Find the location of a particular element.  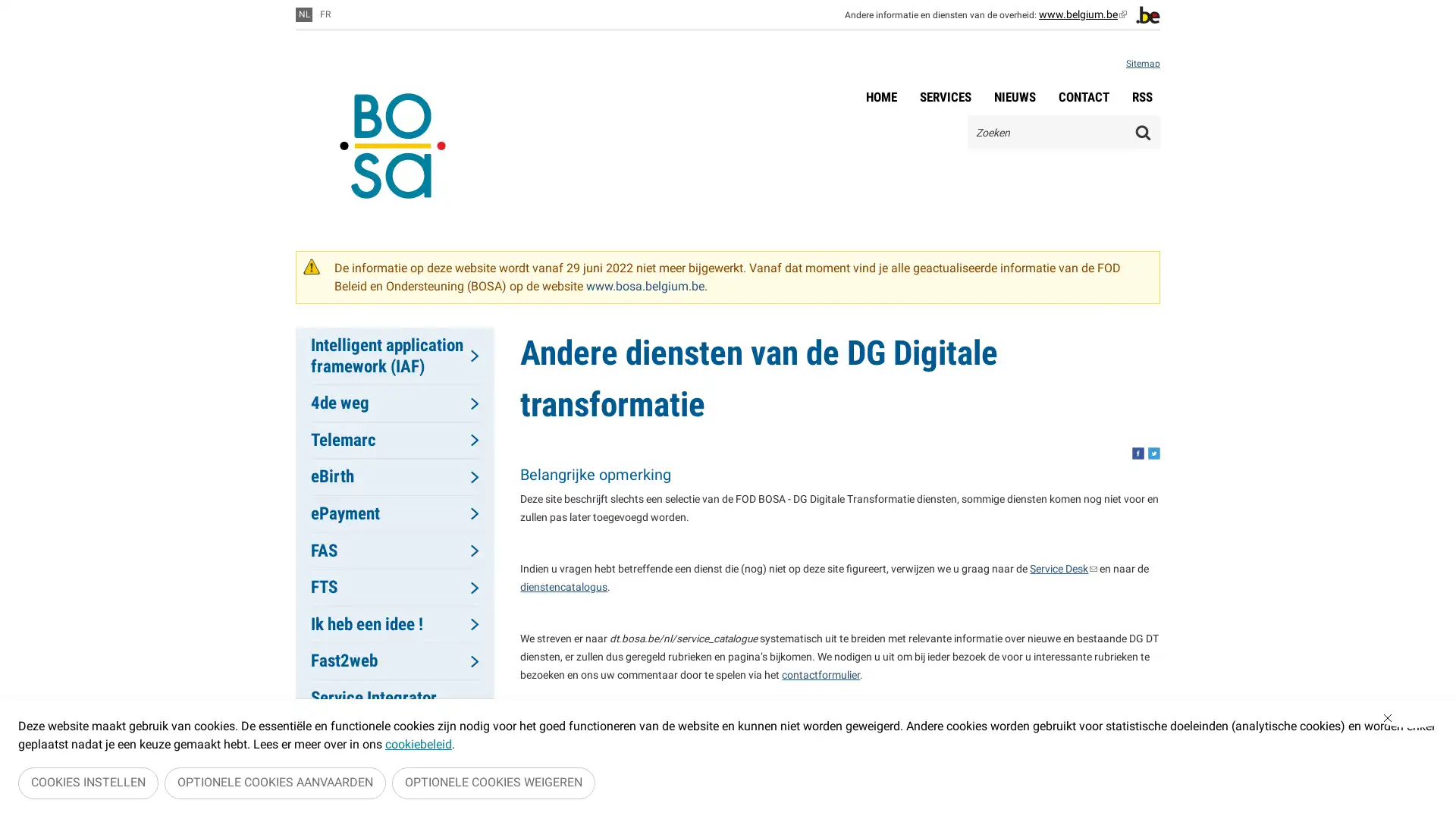

Zoeken is located at coordinates (1143, 131).